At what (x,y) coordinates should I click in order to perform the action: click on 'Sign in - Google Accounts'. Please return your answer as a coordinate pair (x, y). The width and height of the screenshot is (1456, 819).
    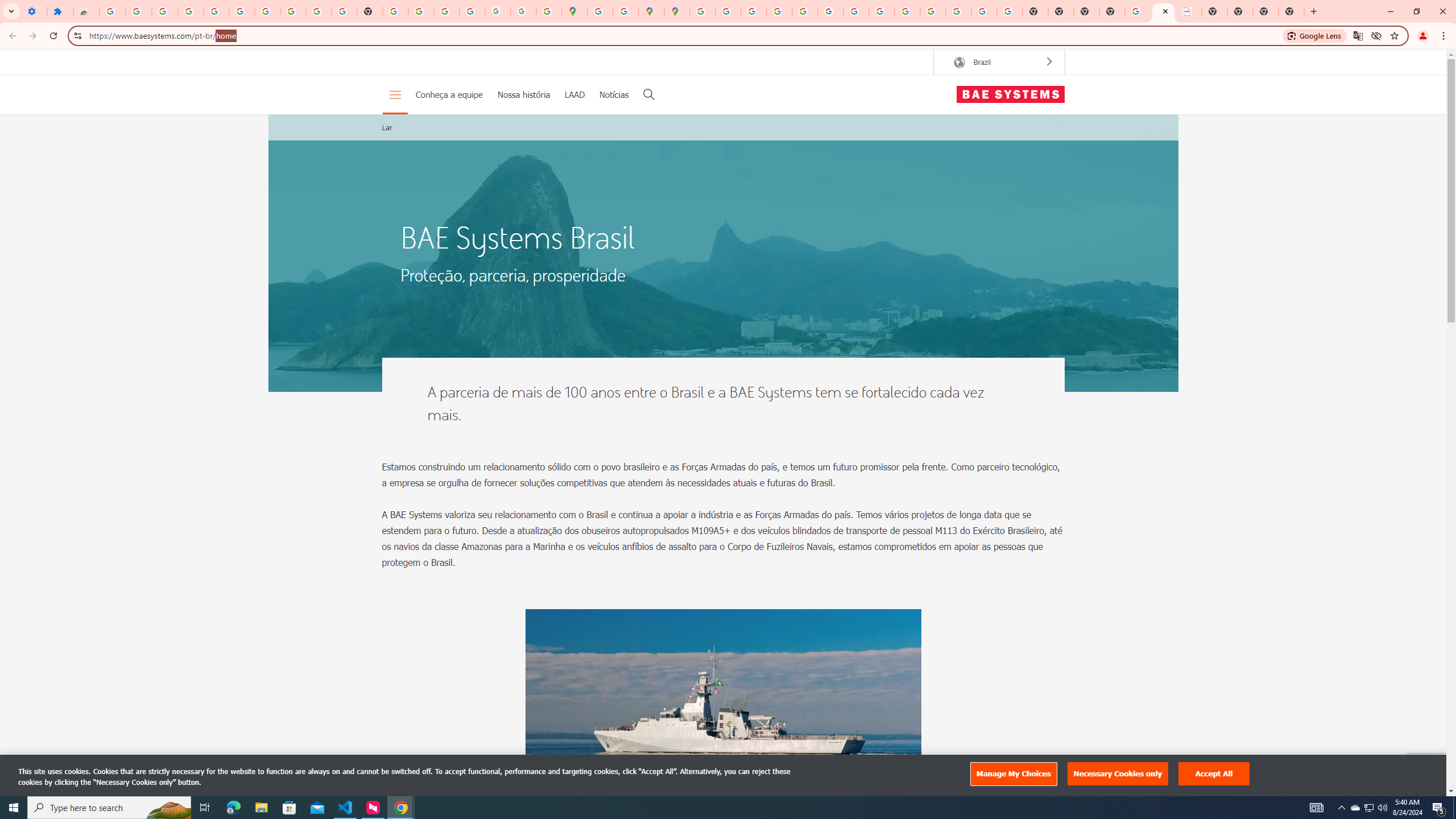
    Looking at the image, I should click on (112, 11).